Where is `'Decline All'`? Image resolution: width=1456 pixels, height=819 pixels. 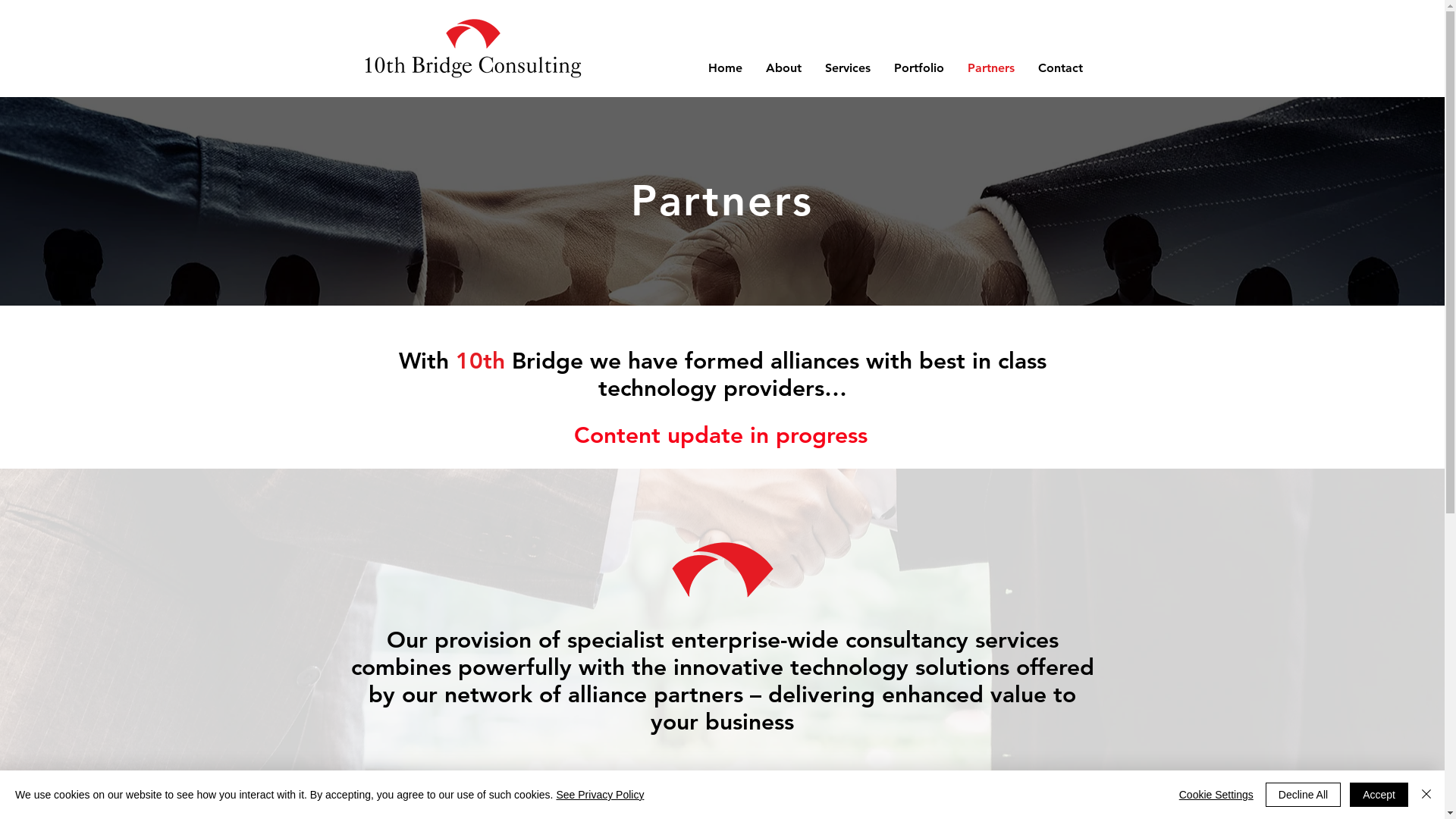 'Decline All' is located at coordinates (1302, 794).